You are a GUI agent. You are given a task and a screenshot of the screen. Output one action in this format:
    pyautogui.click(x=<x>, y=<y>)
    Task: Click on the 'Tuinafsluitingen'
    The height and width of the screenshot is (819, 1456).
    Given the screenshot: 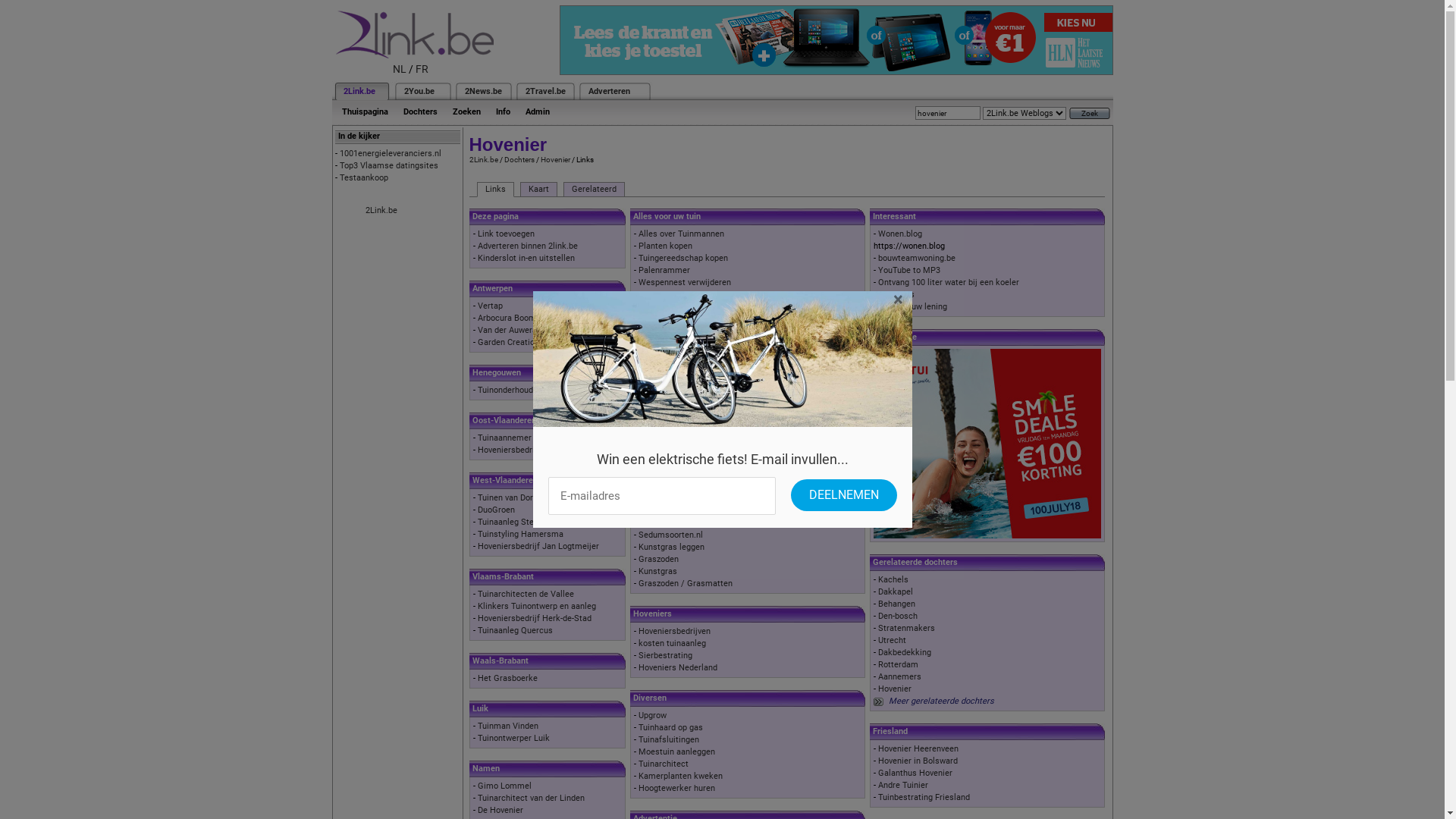 What is the action you would take?
    pyautogui.click(x=668, y=739)
    